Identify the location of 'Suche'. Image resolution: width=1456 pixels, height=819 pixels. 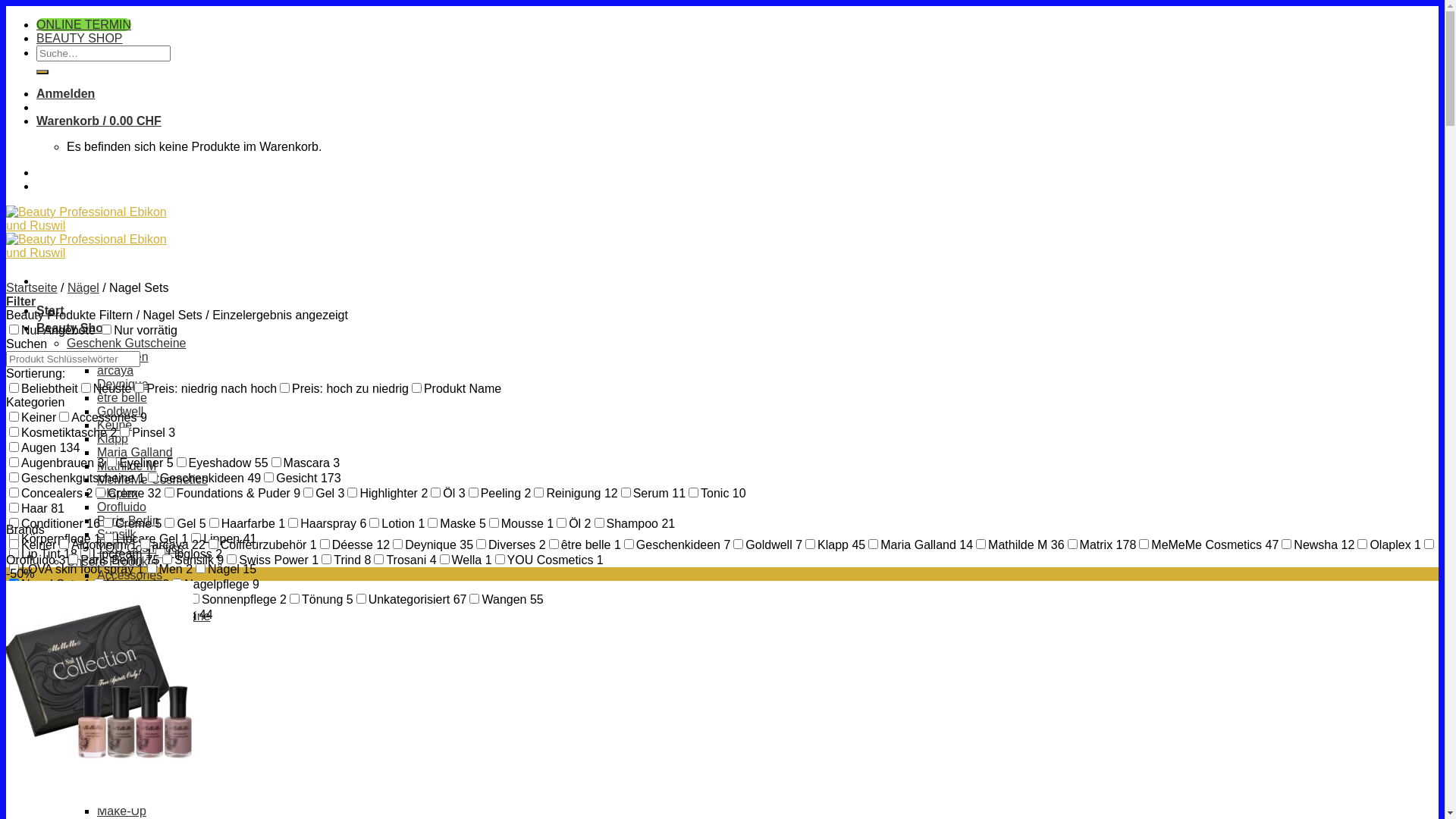
(42, 72).